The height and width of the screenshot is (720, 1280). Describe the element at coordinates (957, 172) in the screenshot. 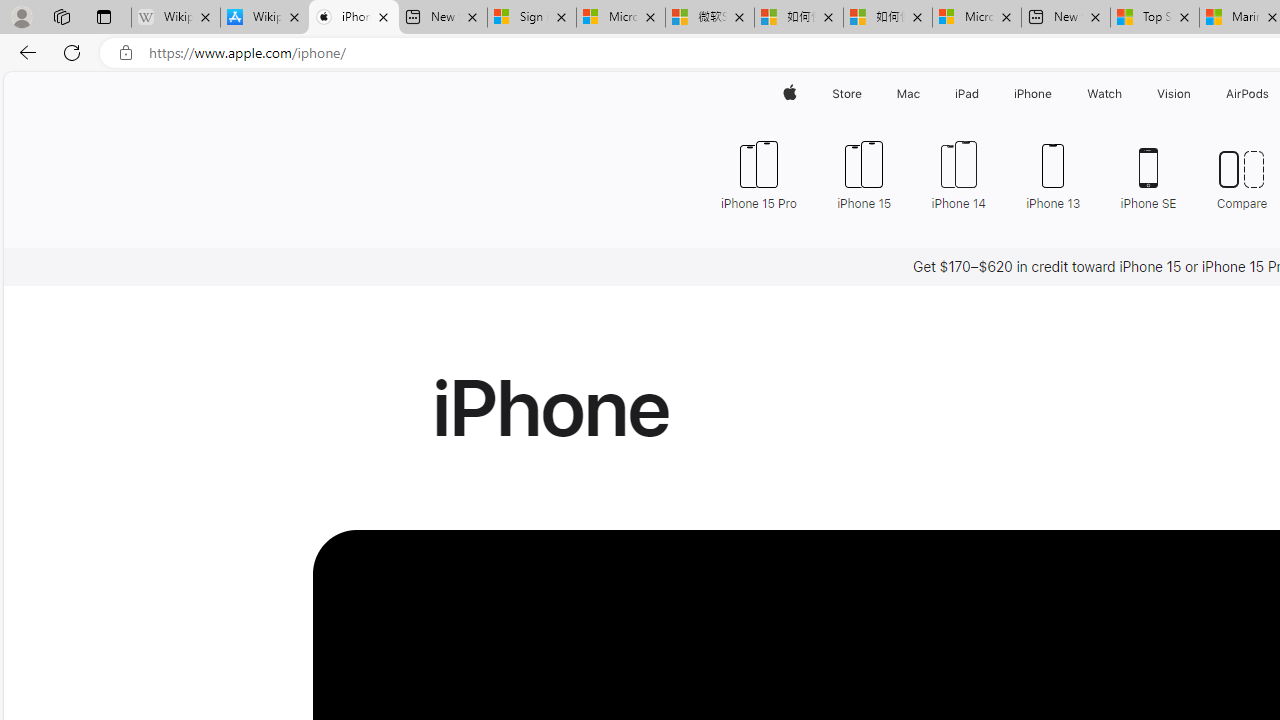

I see `'iPhone 14'` at that location.